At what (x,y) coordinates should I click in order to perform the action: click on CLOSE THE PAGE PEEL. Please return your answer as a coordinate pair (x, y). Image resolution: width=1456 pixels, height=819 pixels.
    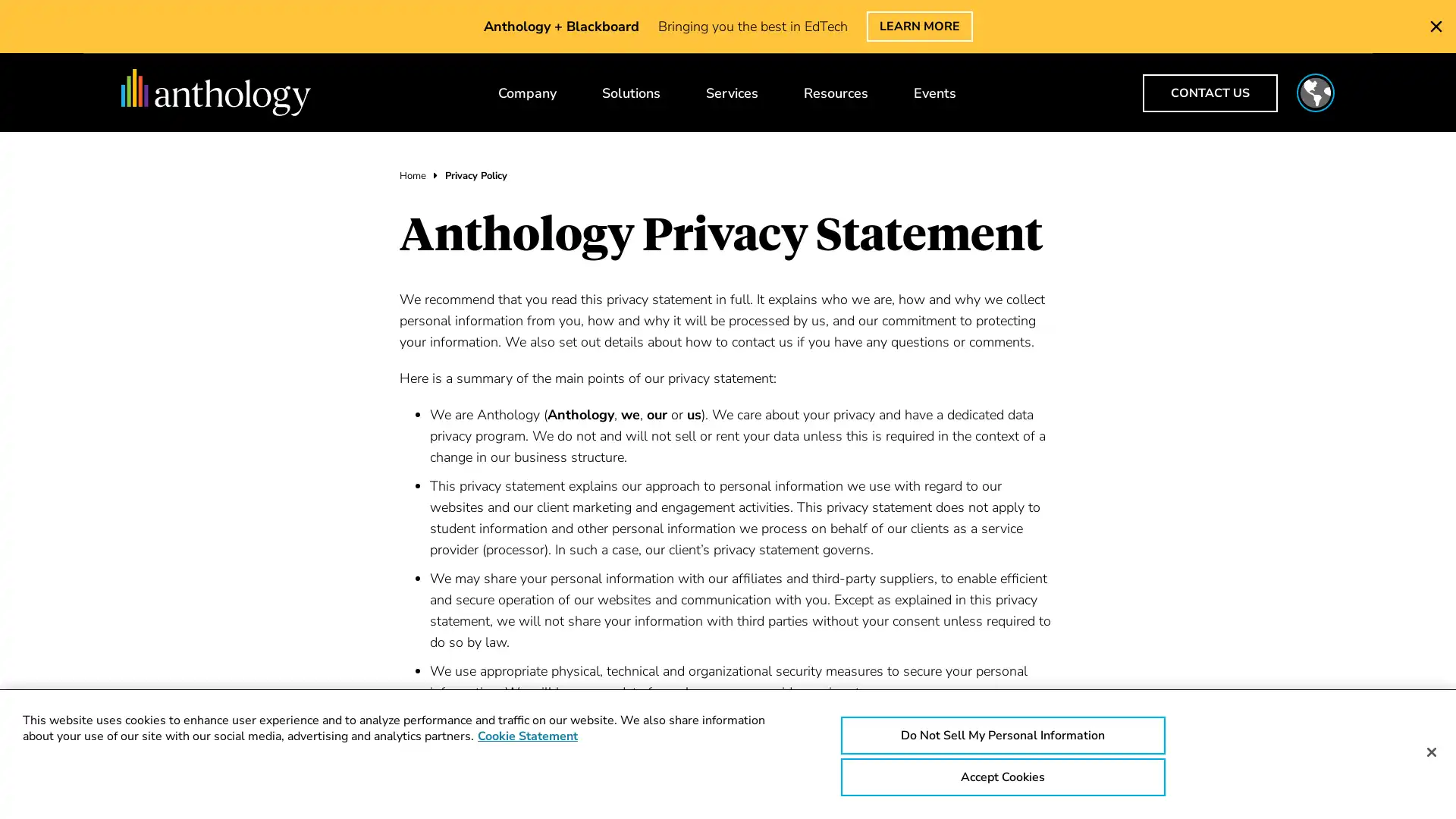
    Looking at the image, I should click on (1436, 26).